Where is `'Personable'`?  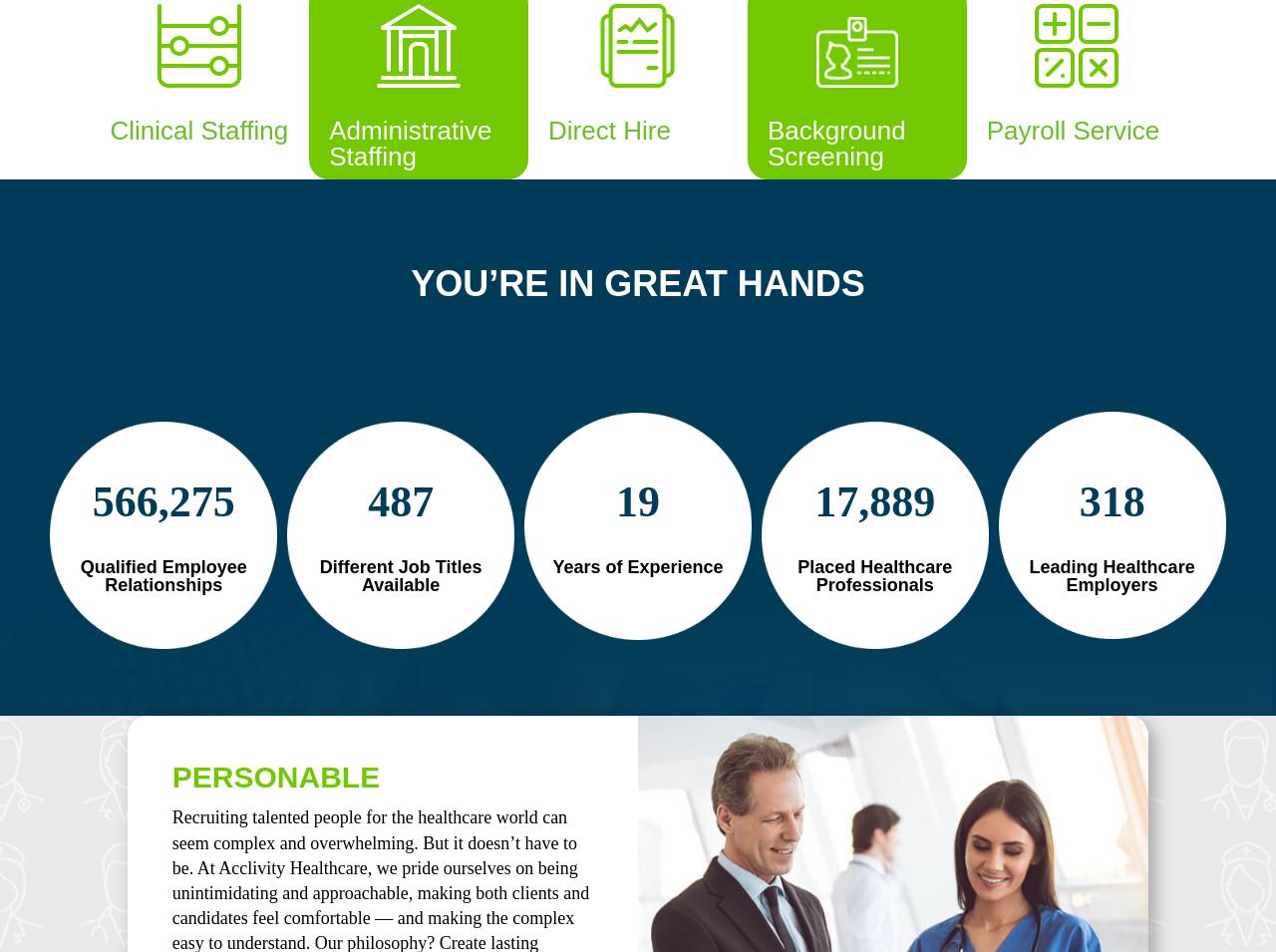 'Personable' is located at coordinates (274, 776).